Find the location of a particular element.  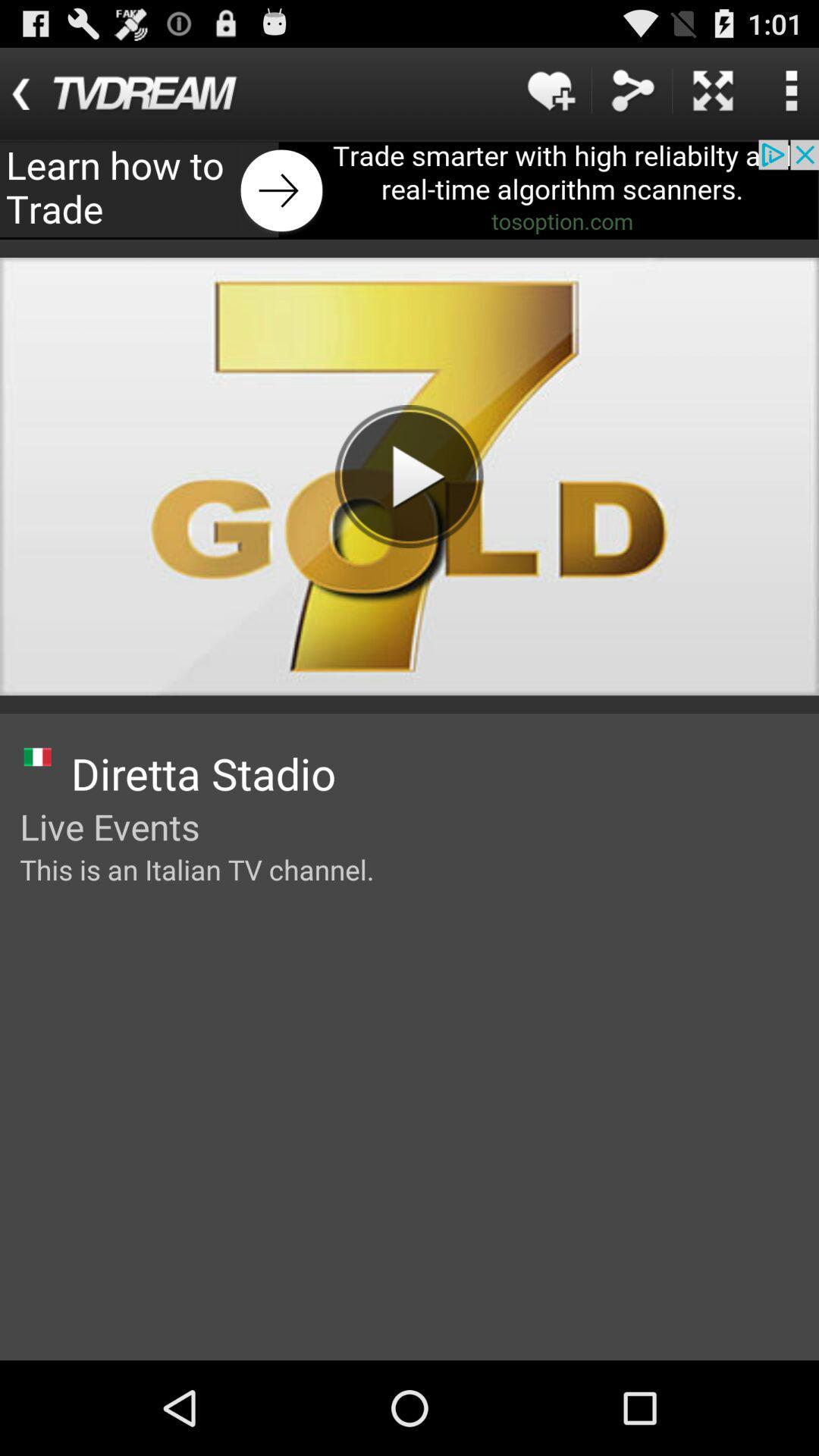

the expand icon at the top right corner of the page is located at coordinates (713, 89).